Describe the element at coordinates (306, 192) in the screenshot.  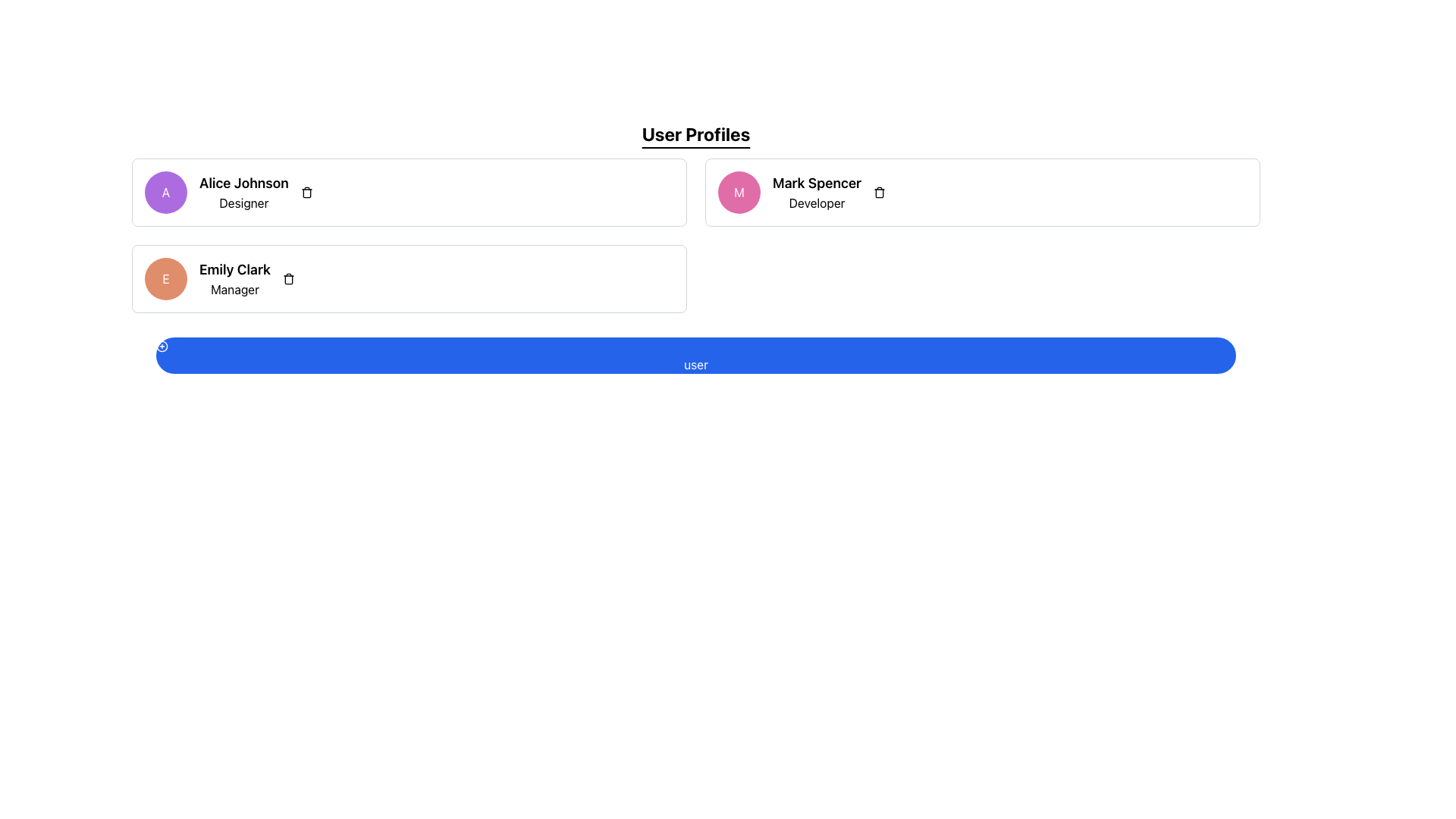
I see `the trash bin icon located to the right of the 'Alice Johnson' profile entry` at that location.